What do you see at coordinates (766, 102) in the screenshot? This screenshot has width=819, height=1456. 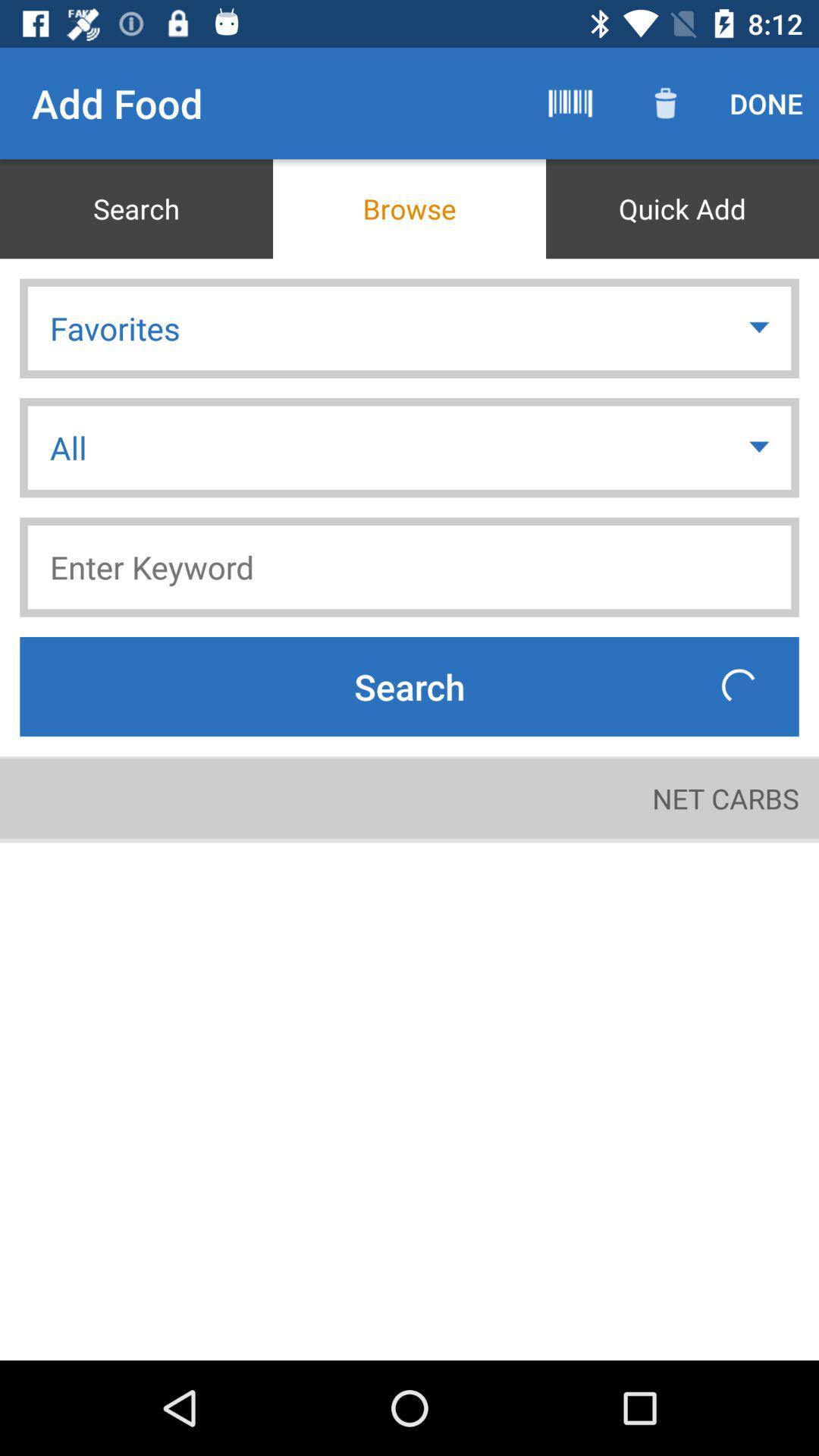 I see `the done icon` at bounding box center [766, 102].